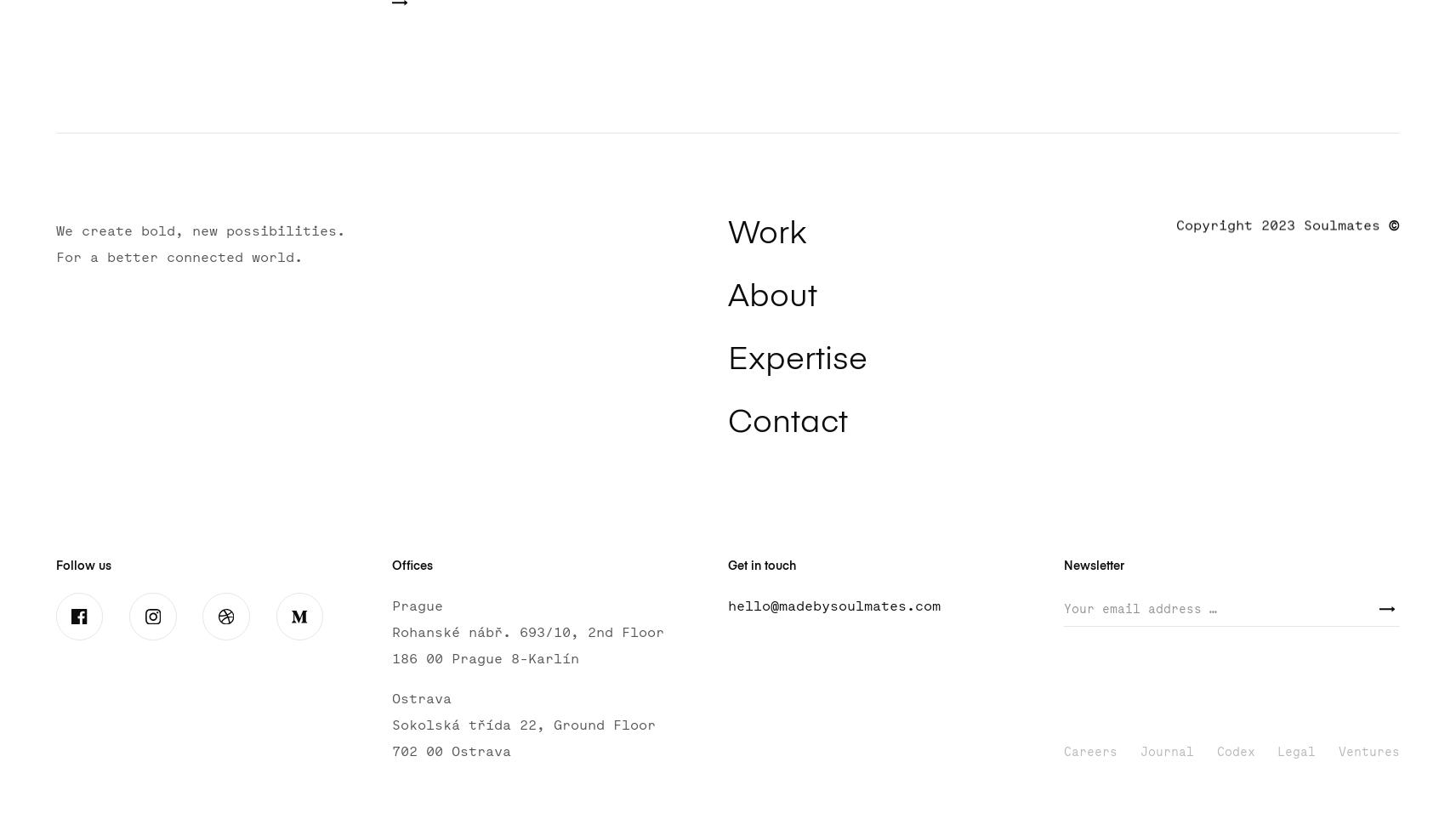  What do you see at coordinates (795, 359) in the screenshot?
I see `'Expertise'` at bounding box center [795, 359].